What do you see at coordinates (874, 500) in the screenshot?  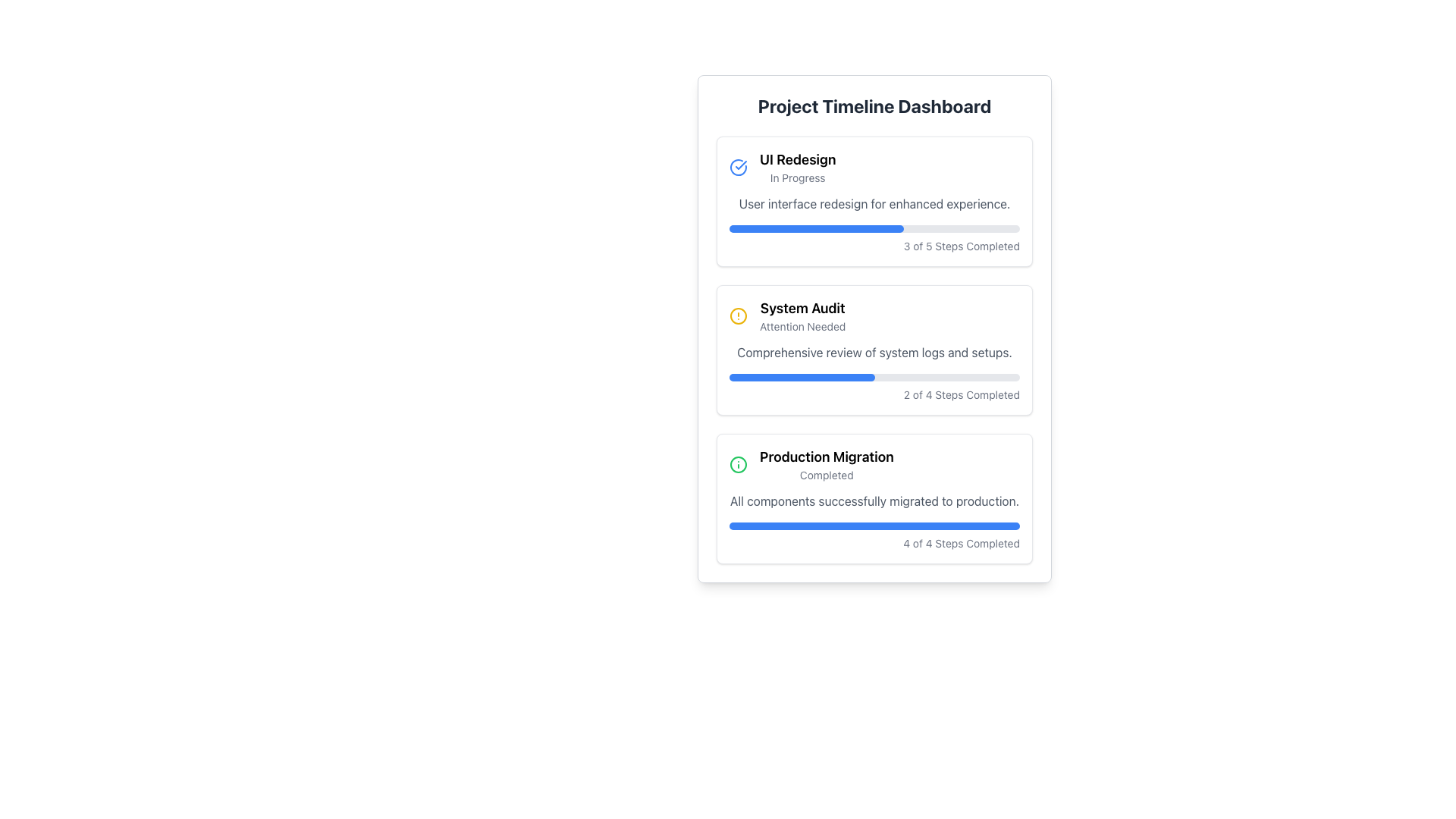 I see `the static text element that confirms the status of the production migration process, located within the 'Production Migration' box, below the headline and above the progress bar` at bounding box center [874, 500].